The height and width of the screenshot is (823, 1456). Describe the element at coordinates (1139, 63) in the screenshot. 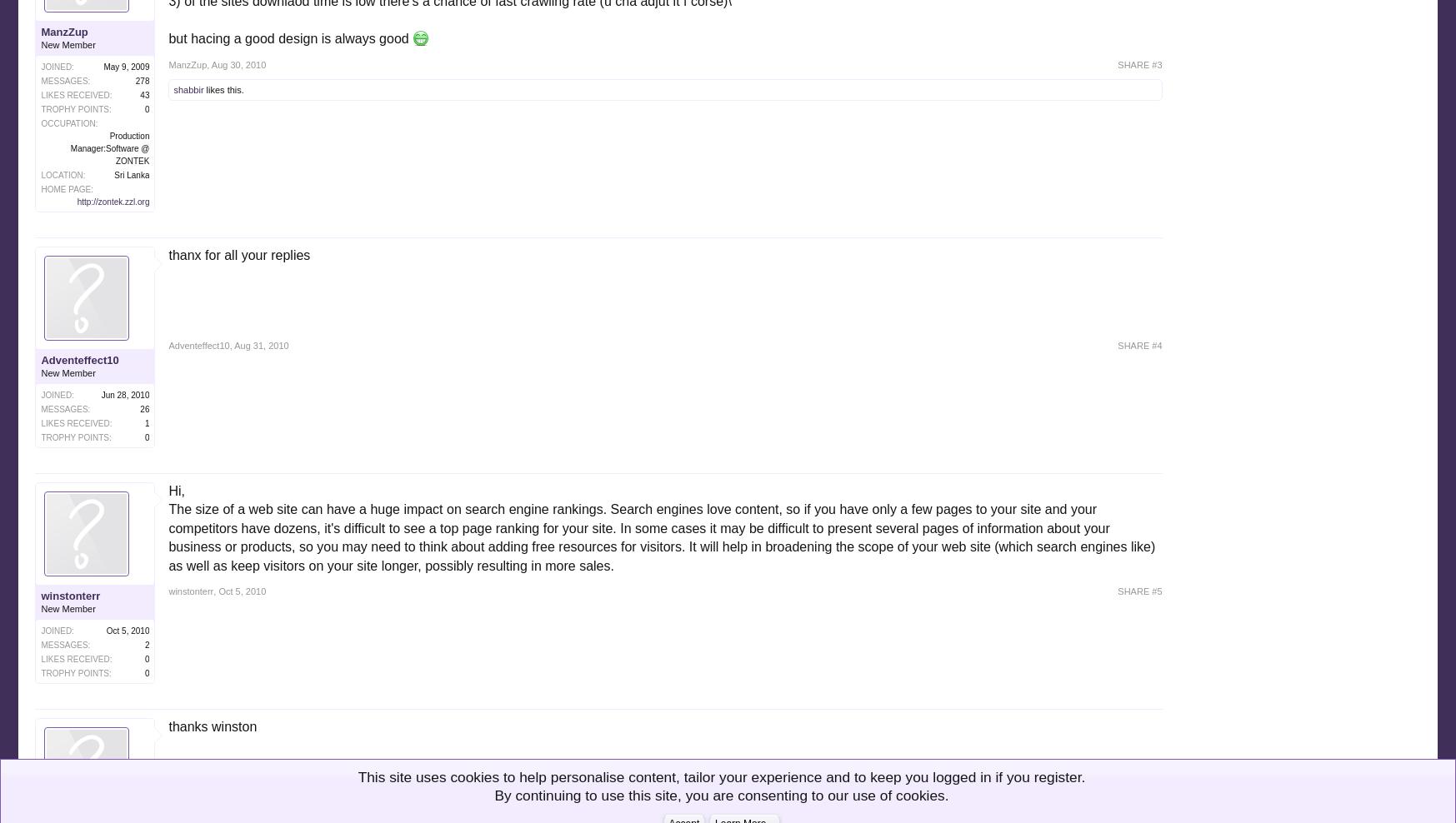

I see `'SHARE #3'` at that location.